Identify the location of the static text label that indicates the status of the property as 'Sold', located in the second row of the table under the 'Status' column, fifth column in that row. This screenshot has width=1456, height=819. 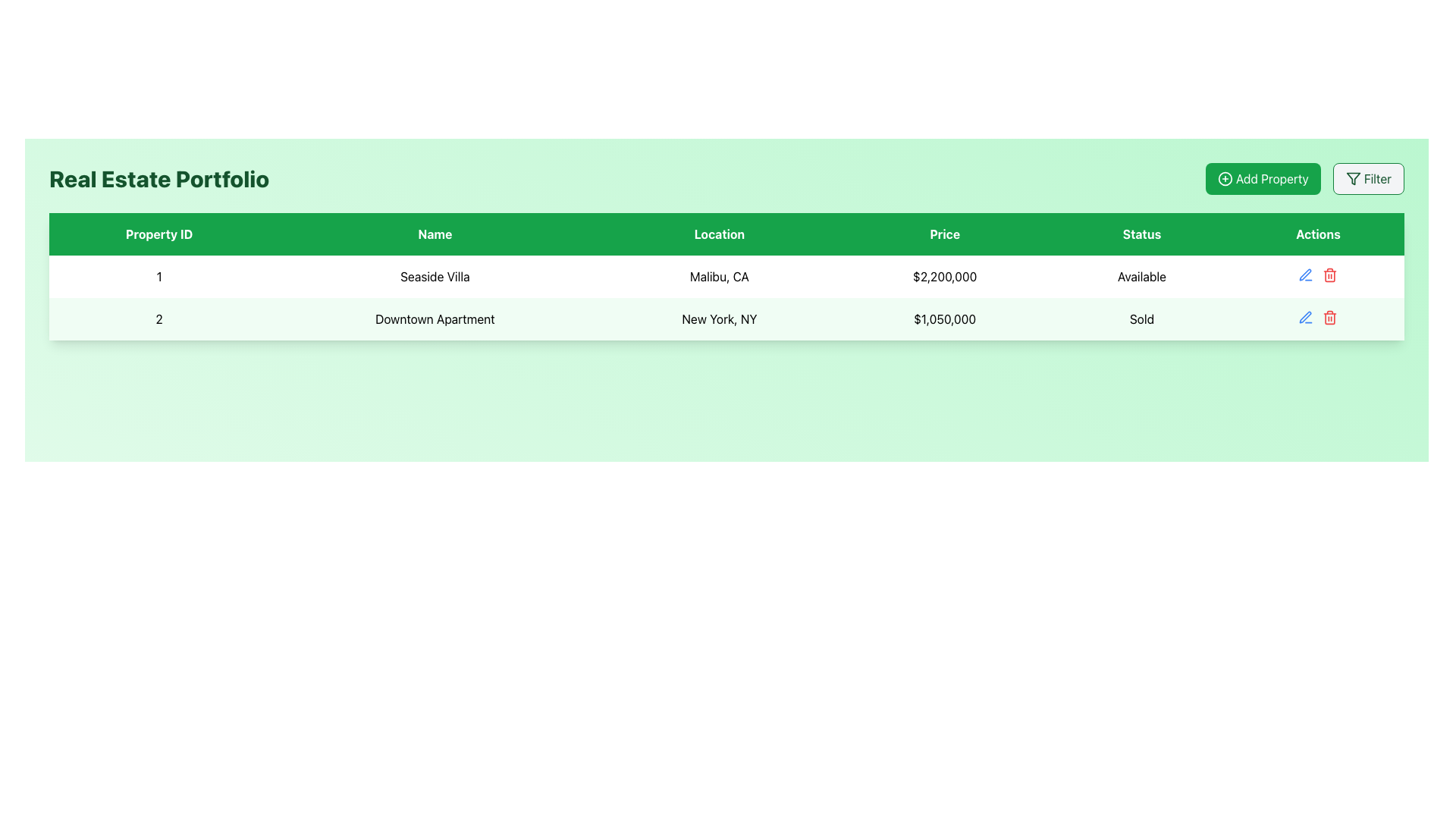
(1141, 318).